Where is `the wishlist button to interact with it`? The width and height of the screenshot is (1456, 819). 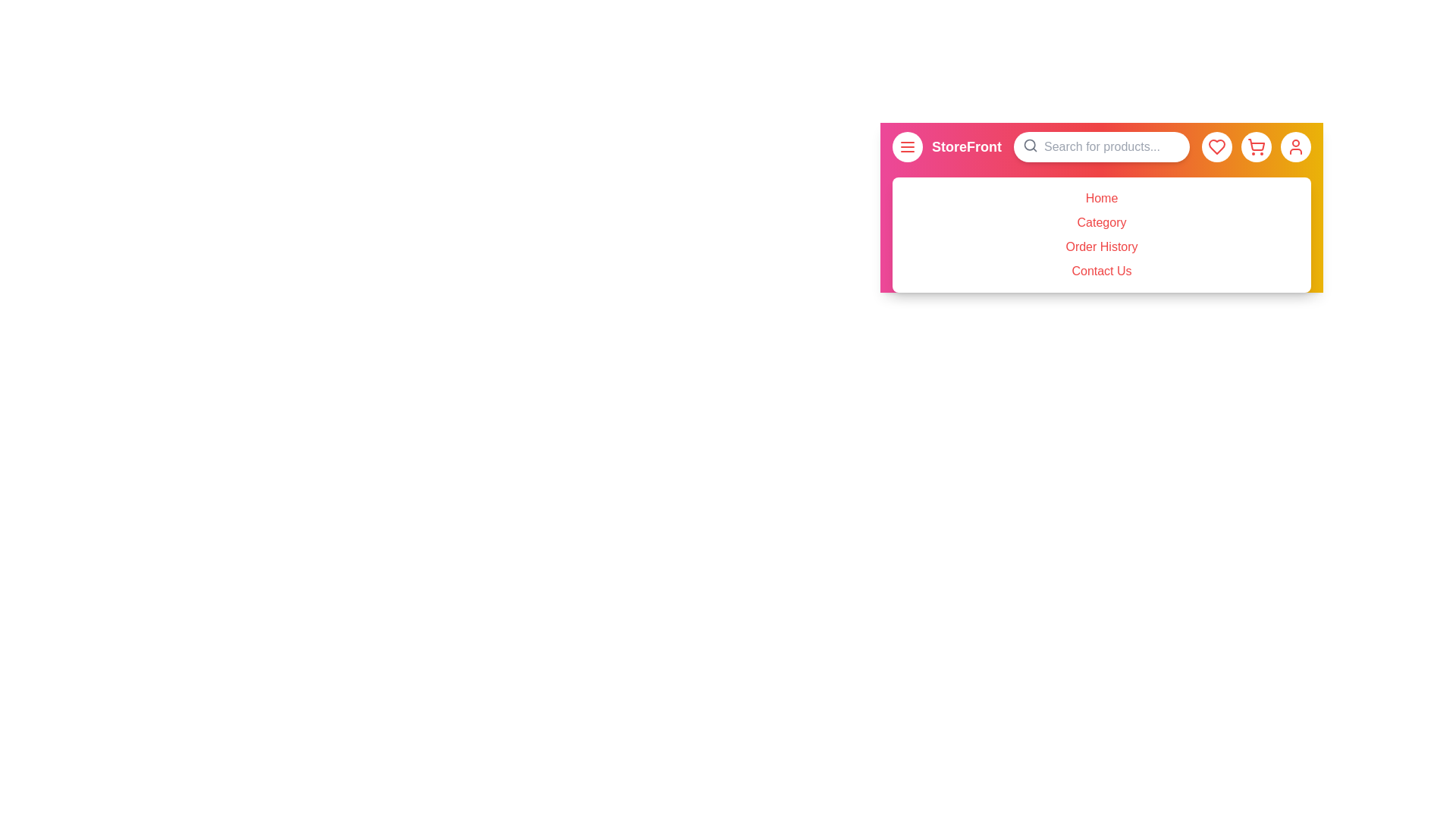
the wishlist button to interact with it is located at coordinates (1216, 146).